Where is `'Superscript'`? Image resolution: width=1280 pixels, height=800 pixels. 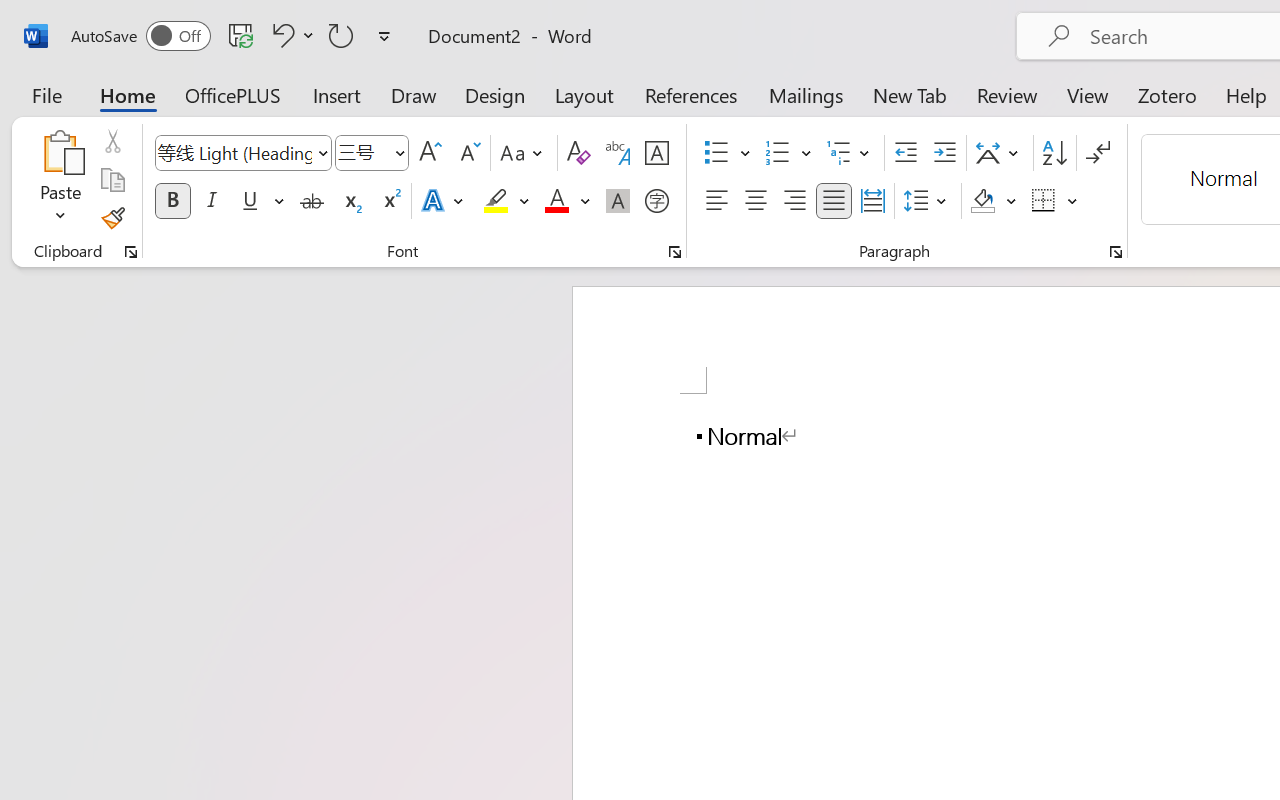
'Superscript' is located at coordinates (390, 201).